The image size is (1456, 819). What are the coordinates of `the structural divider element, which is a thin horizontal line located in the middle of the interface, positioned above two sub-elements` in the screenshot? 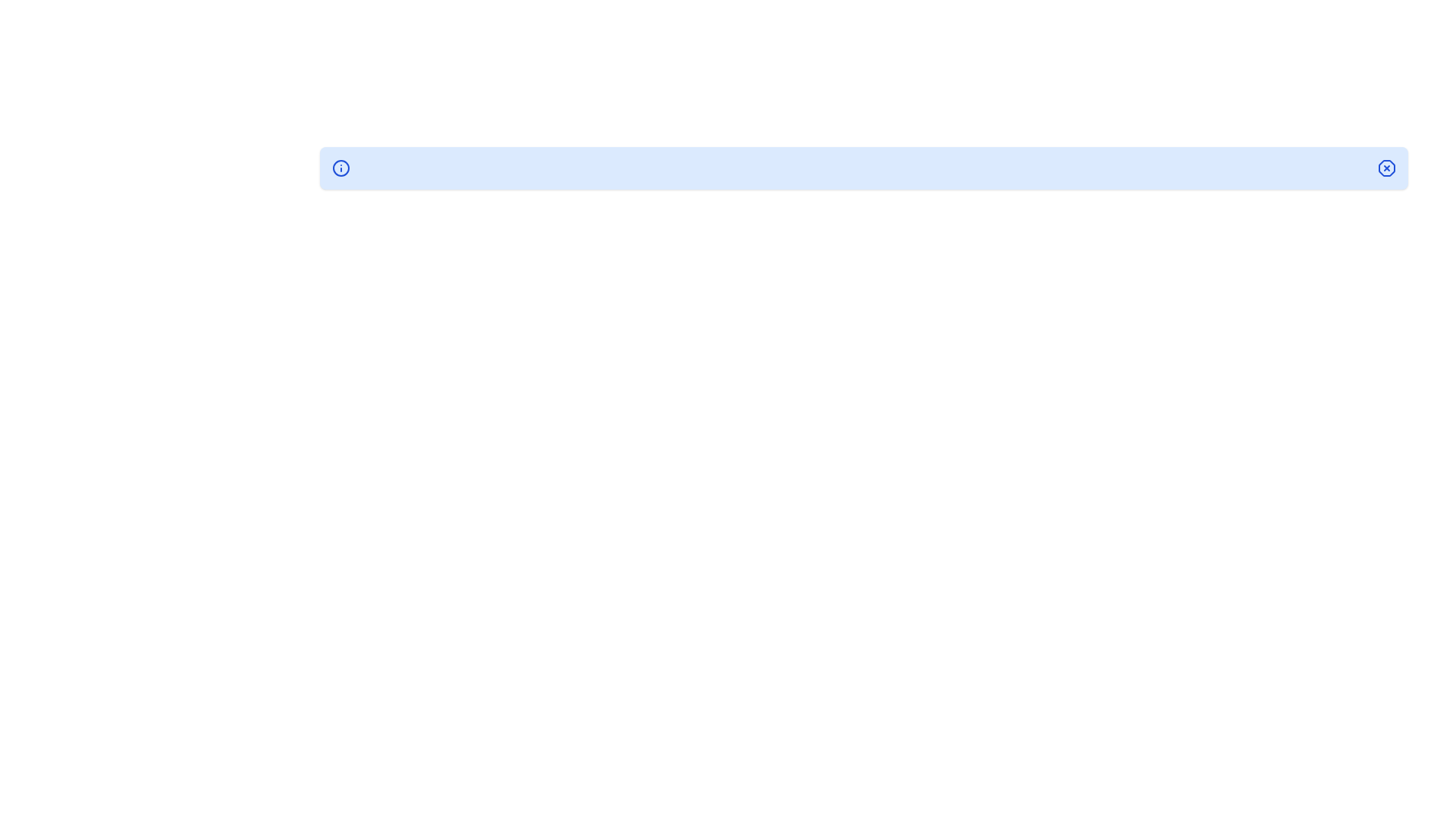 It's located at (864, 161).